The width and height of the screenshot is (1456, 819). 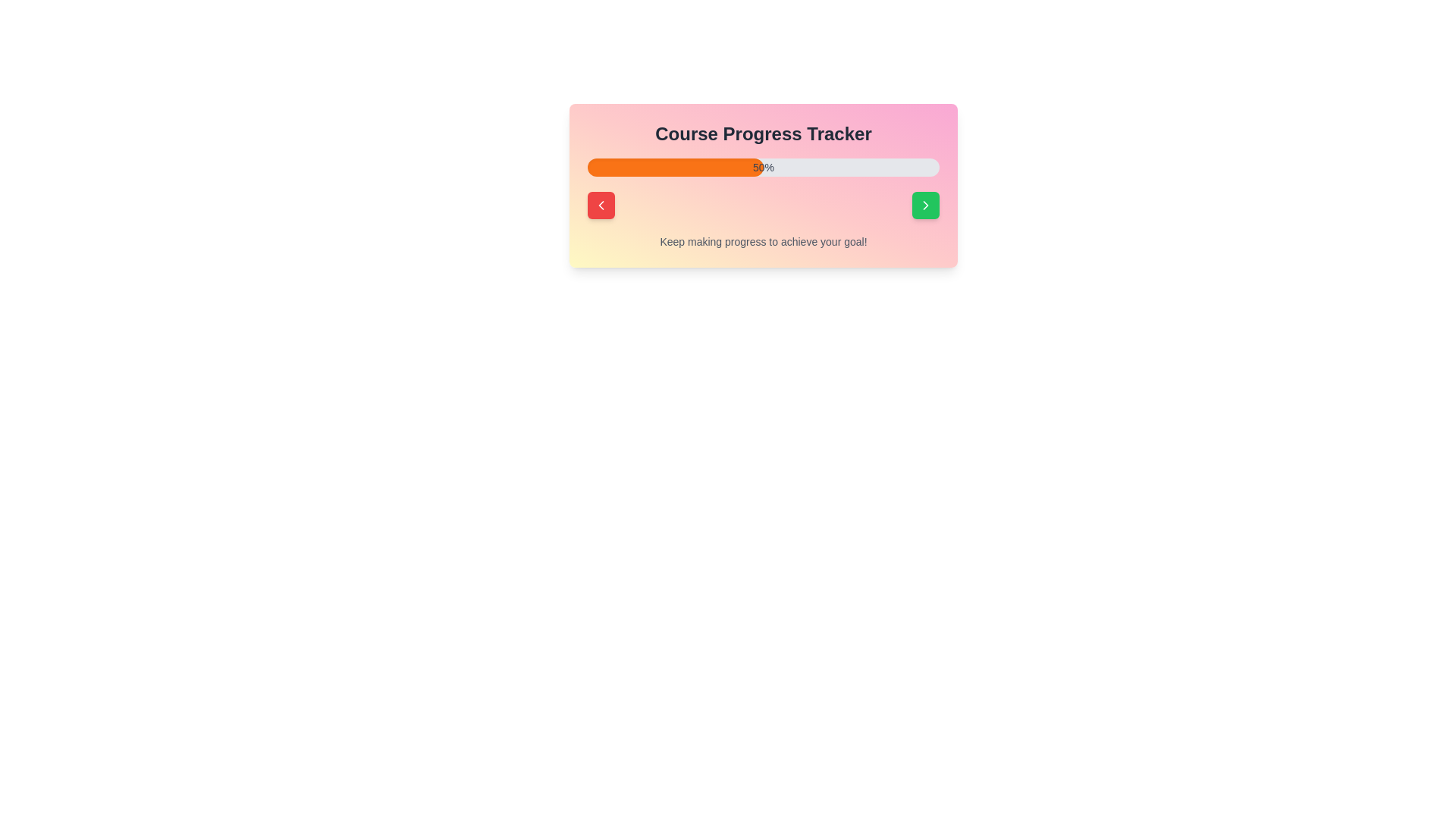 What do you see at coordinates (924, 205) in the screenshot?
I see `the small right-facing chevron icon located within the green rectangular button` at bounding box center [924, 205].